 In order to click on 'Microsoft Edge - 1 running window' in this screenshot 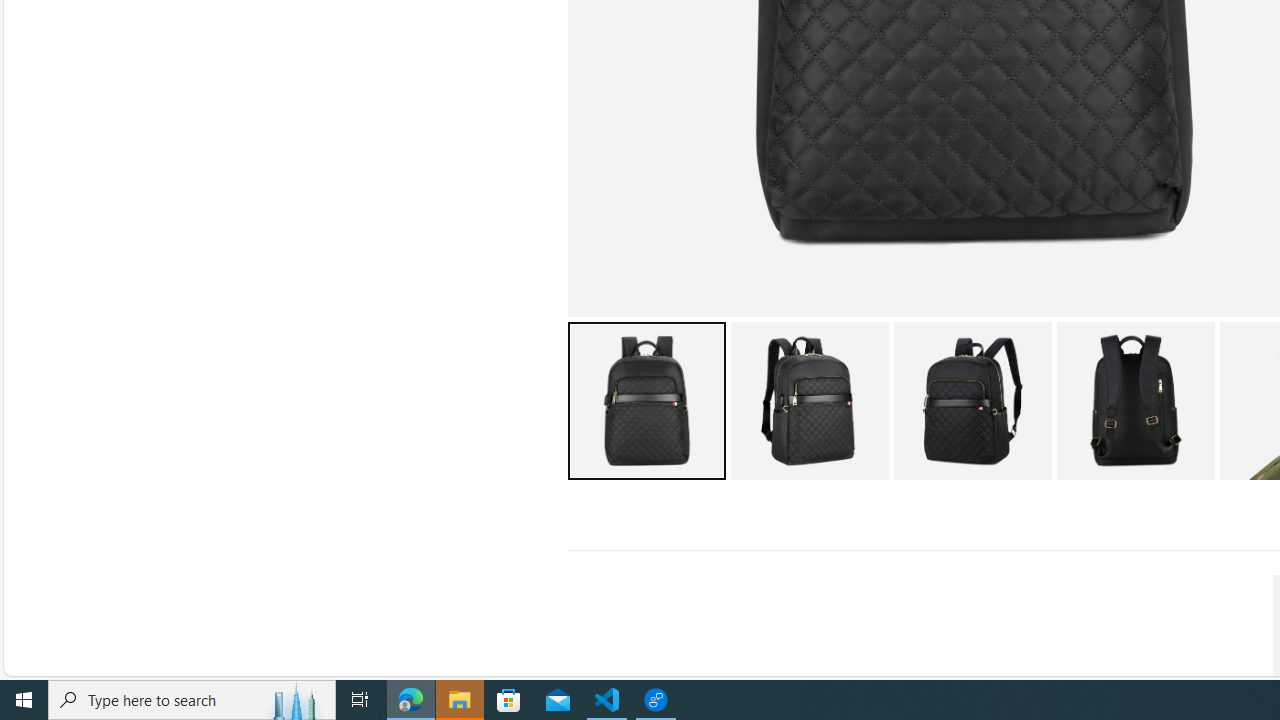, I will do `click(410, 698)`.